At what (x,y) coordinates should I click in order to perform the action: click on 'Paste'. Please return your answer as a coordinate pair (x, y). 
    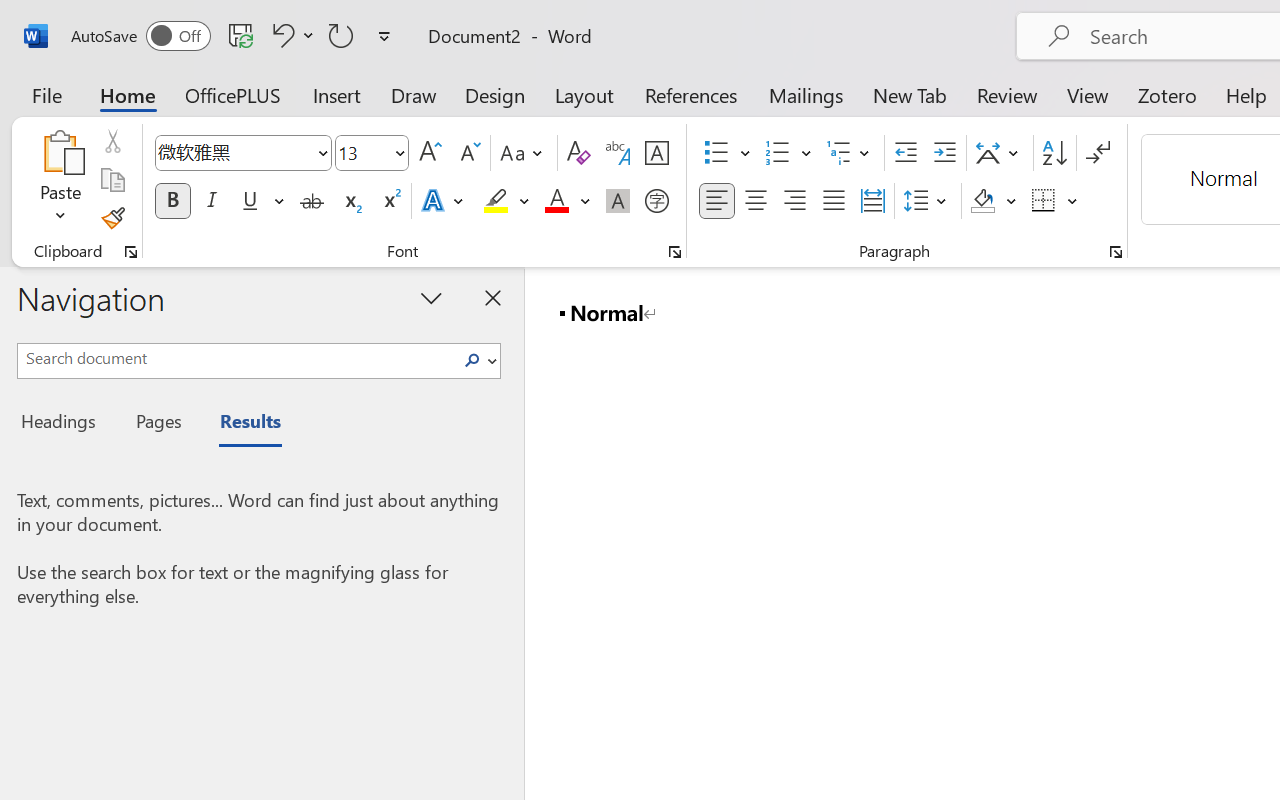
    Looking at the image, I should click on (60, 151).